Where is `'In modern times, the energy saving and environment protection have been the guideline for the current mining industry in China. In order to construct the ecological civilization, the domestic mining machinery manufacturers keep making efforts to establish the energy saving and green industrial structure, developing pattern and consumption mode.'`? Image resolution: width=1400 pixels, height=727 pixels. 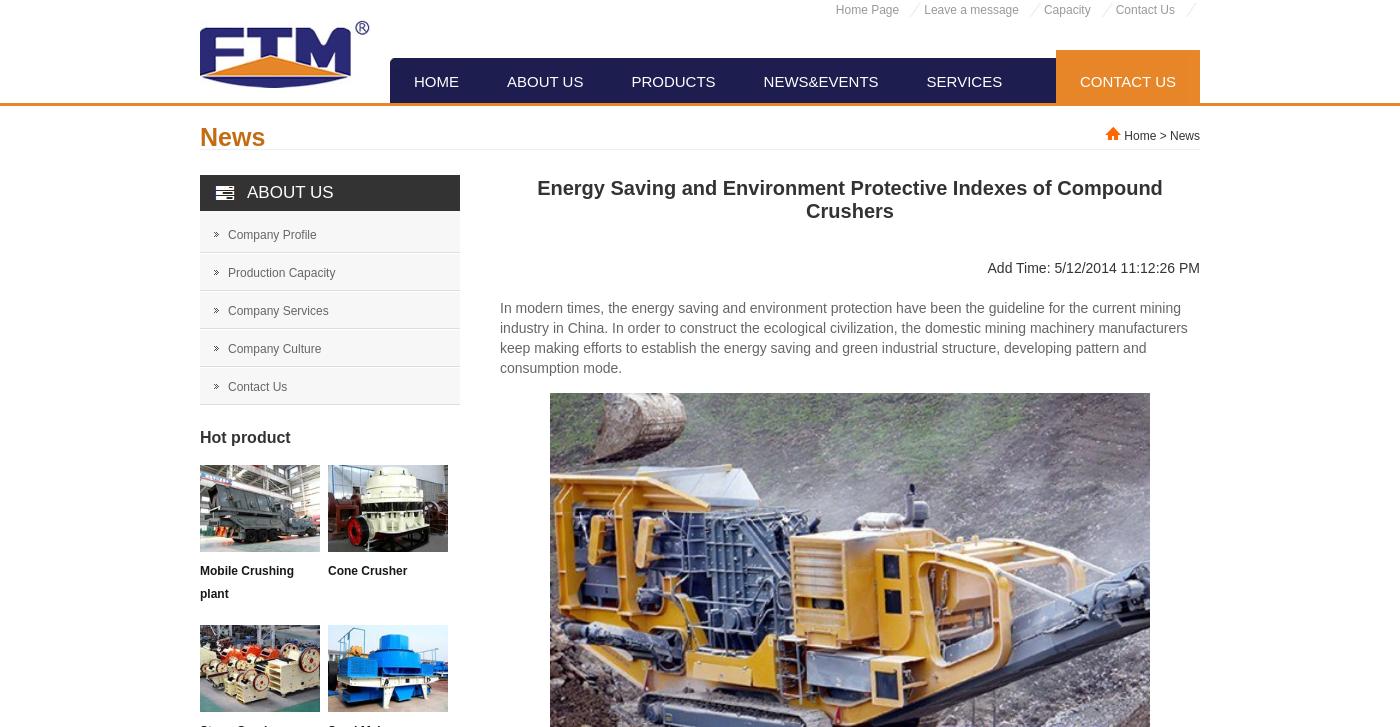 'In modern times, the energy saving and environment protection have been the guideline for the current mining industry in China. In order to construct the ecological civilization, the domestic mining machinery manufacturers keep making efforts to establish the energy saving and green industrial structure, developing pattern and consumption mode.' is located at coordinates (842, 337).